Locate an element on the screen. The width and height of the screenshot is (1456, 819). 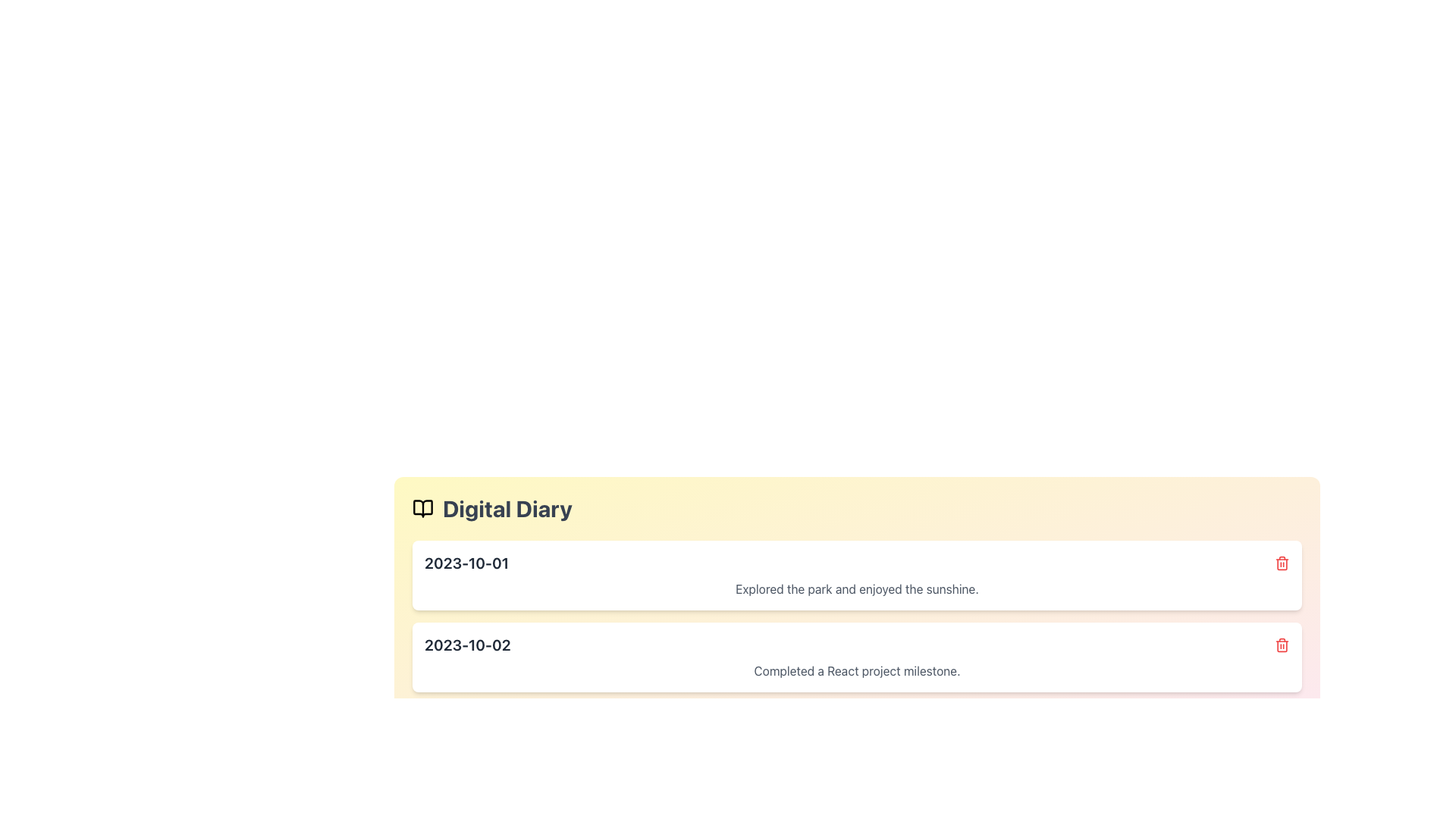
the trash can icon outlined in red, positioned to the right of the date text '2023-10-01', to possibly show a tooltip is located at coordinates (1281, 563).